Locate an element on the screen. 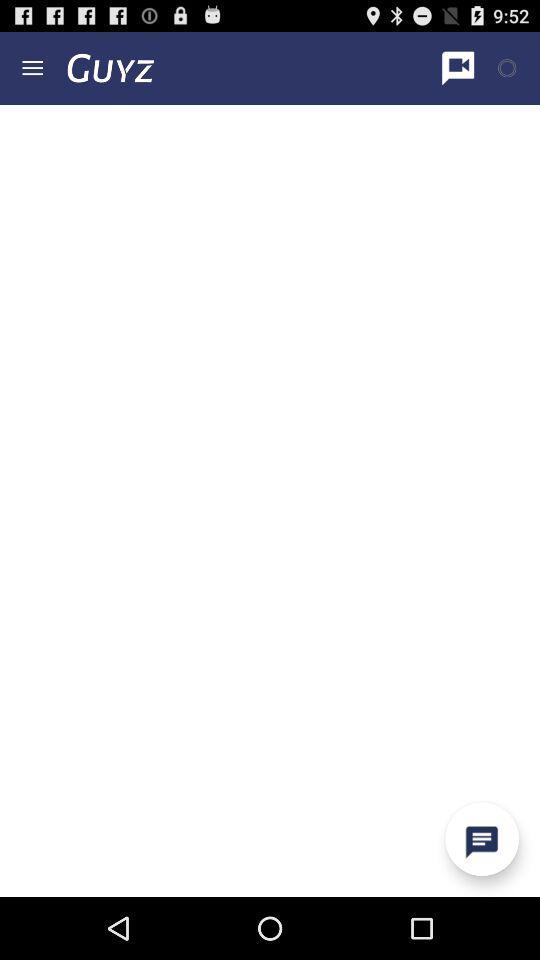 This screenshot has height=960, width=540. the photo icon is located at coordinates (507, 73).